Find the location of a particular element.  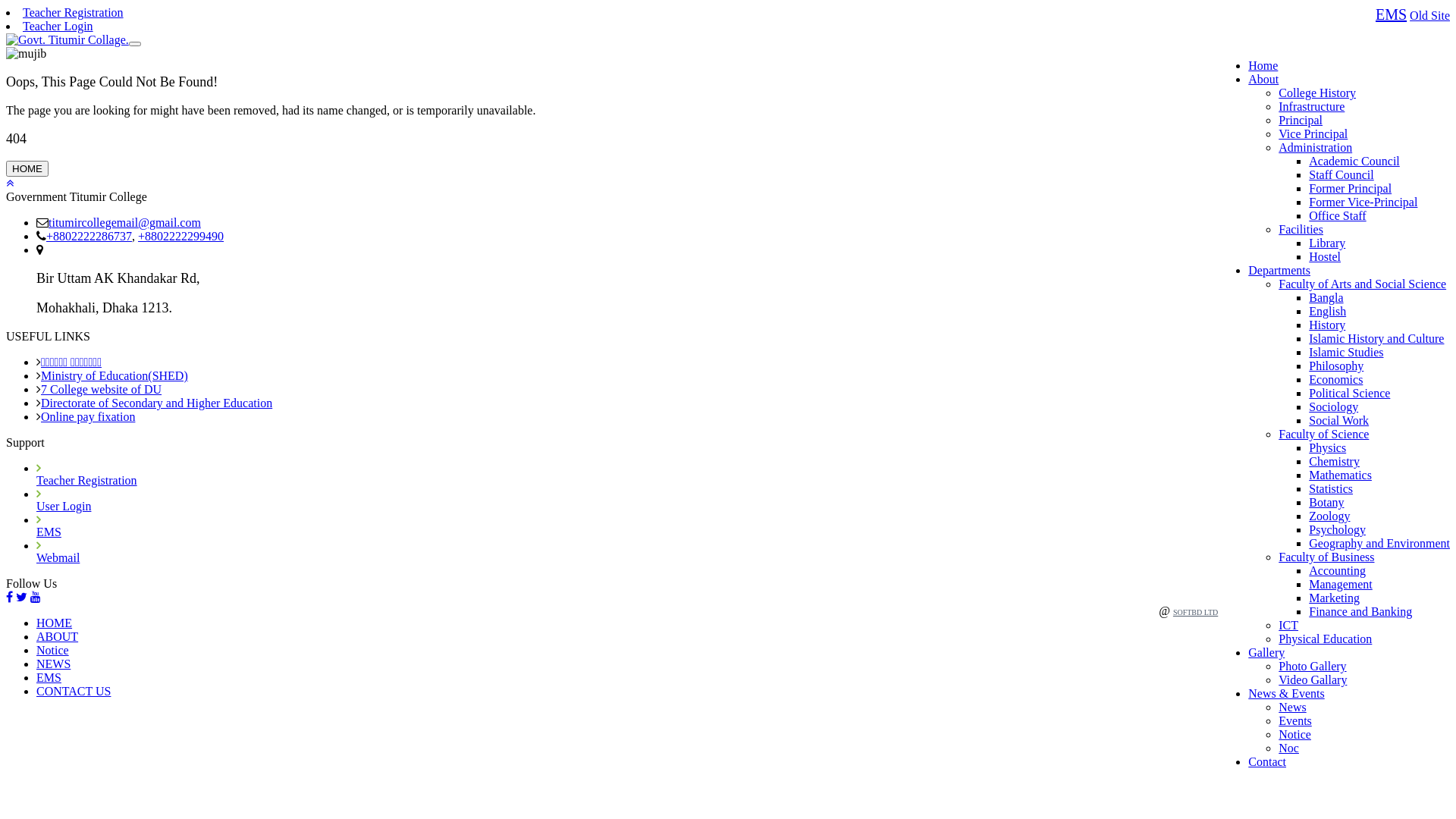

'7 College website of DU' is located at coordinates (100, 388).